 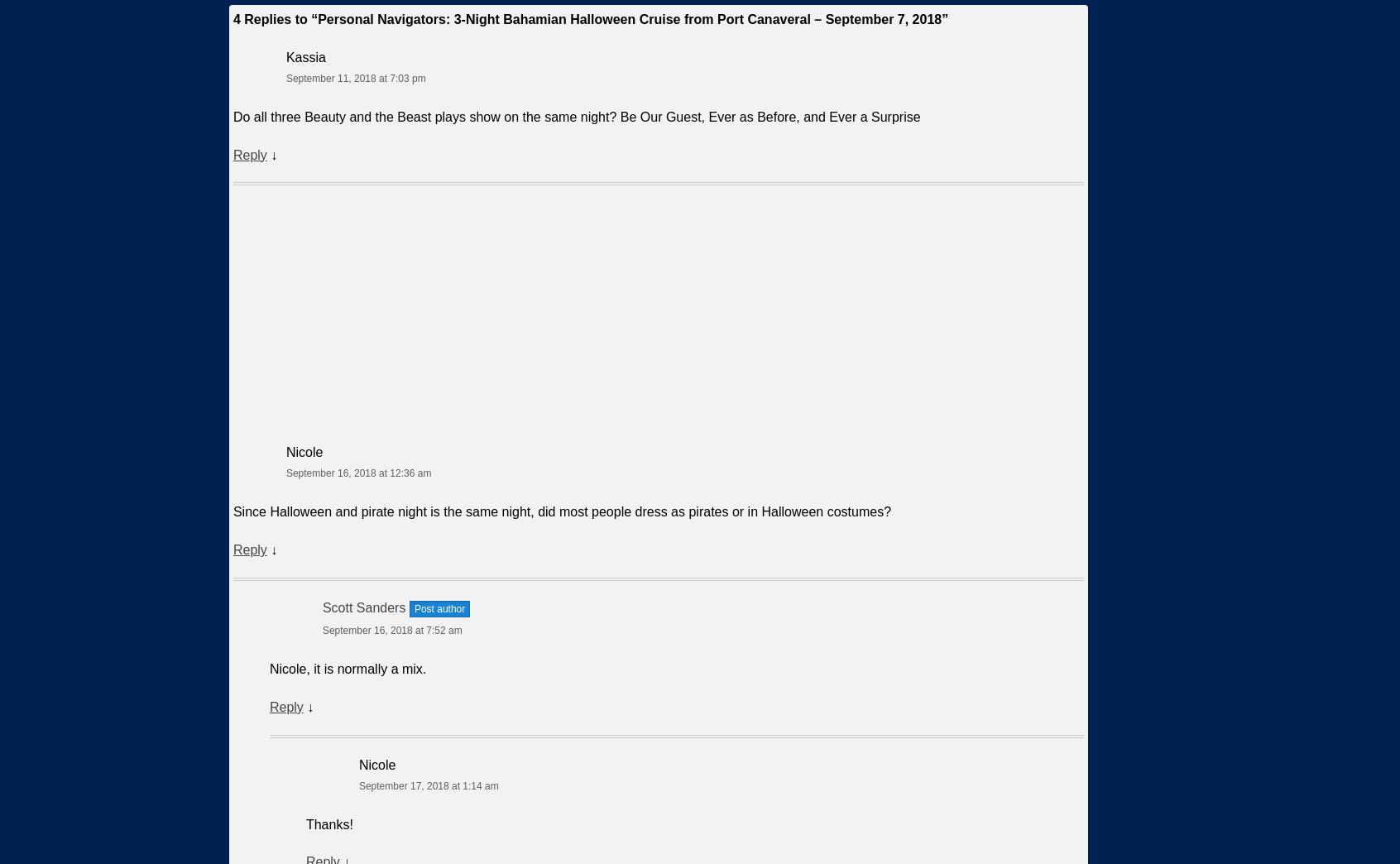 I want to click on 'September 16, 2018 at 7:52 am', so click(x=391, y=631).